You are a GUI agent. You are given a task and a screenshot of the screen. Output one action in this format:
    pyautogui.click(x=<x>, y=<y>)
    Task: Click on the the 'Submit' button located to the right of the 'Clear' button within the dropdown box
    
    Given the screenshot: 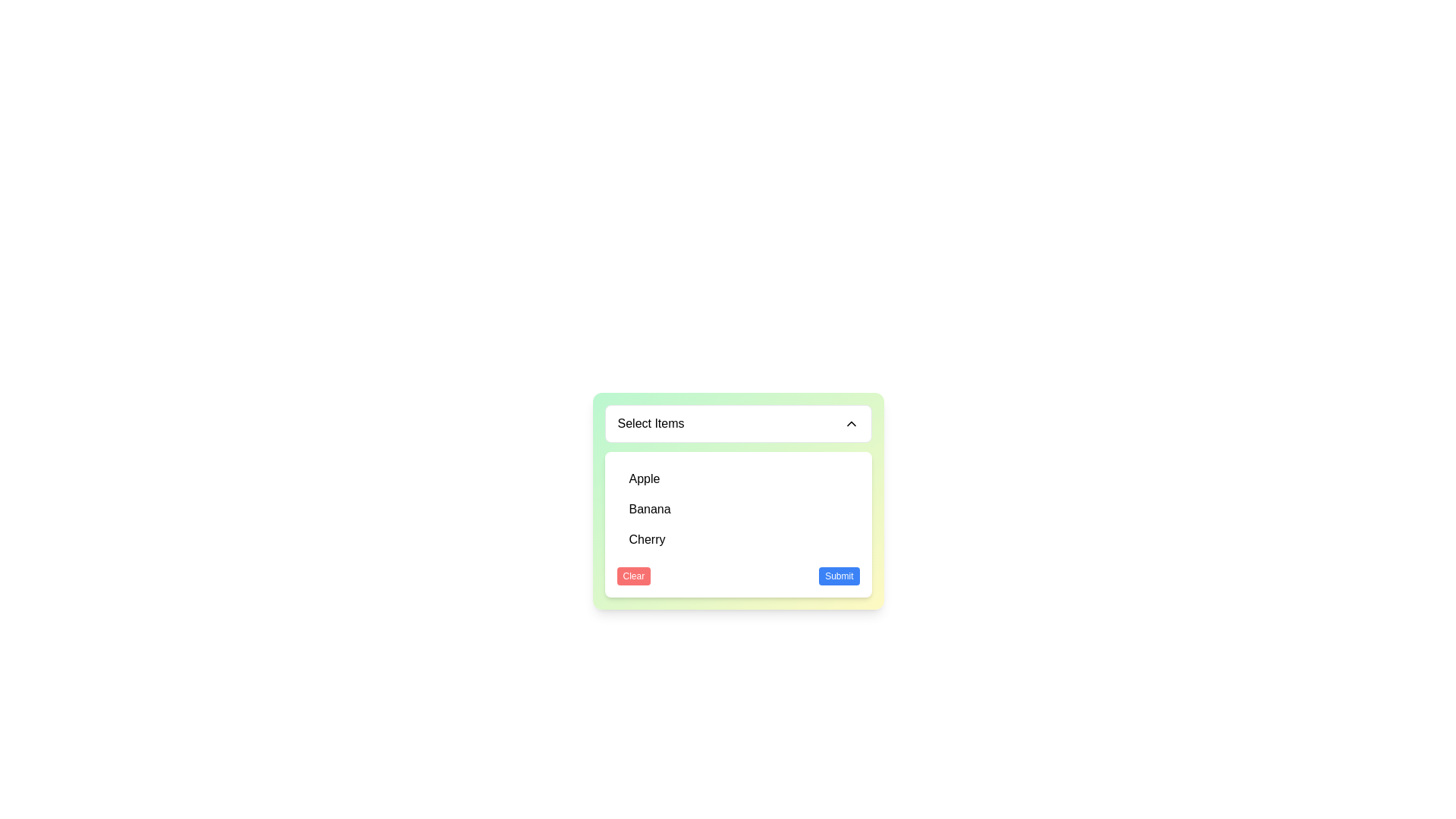 What is the action you would take?
    pyautogui.click(x=838, y=576)
    